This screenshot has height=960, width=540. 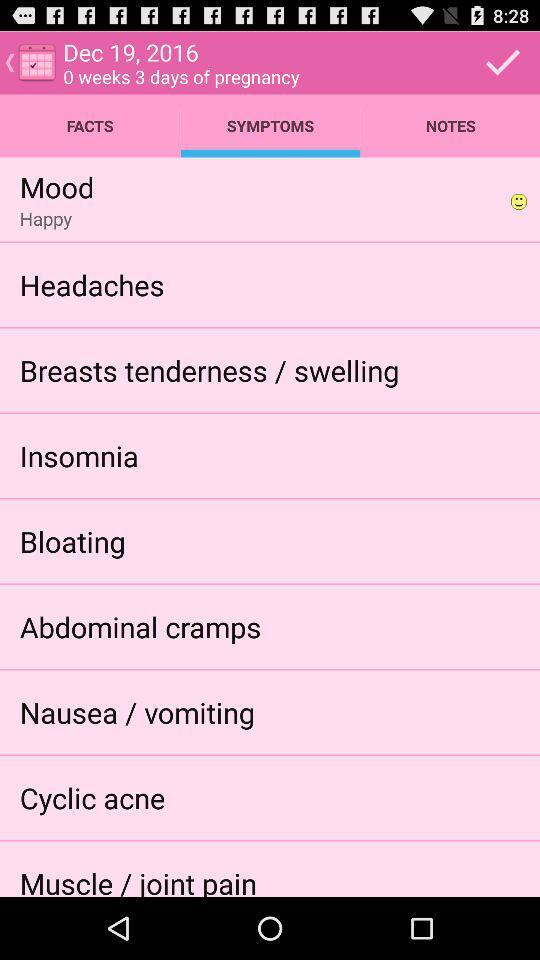 I want to click on the app below the headaches app, so click(x=208, y=369).